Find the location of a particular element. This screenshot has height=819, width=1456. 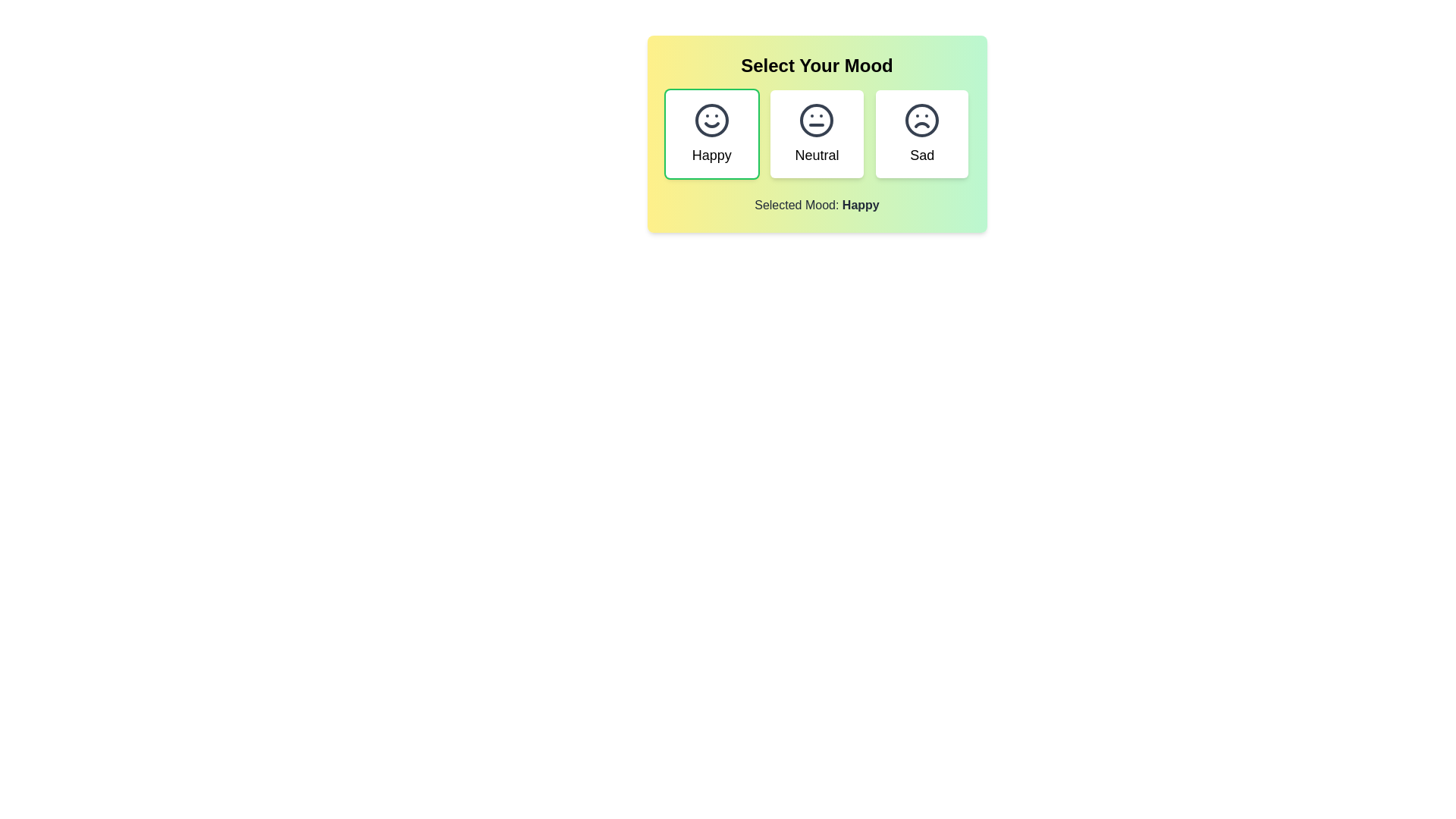

the heading text that indicates the purpose or theme of the content below, which is related to selecting a mood is located at coordinates (816, 65).